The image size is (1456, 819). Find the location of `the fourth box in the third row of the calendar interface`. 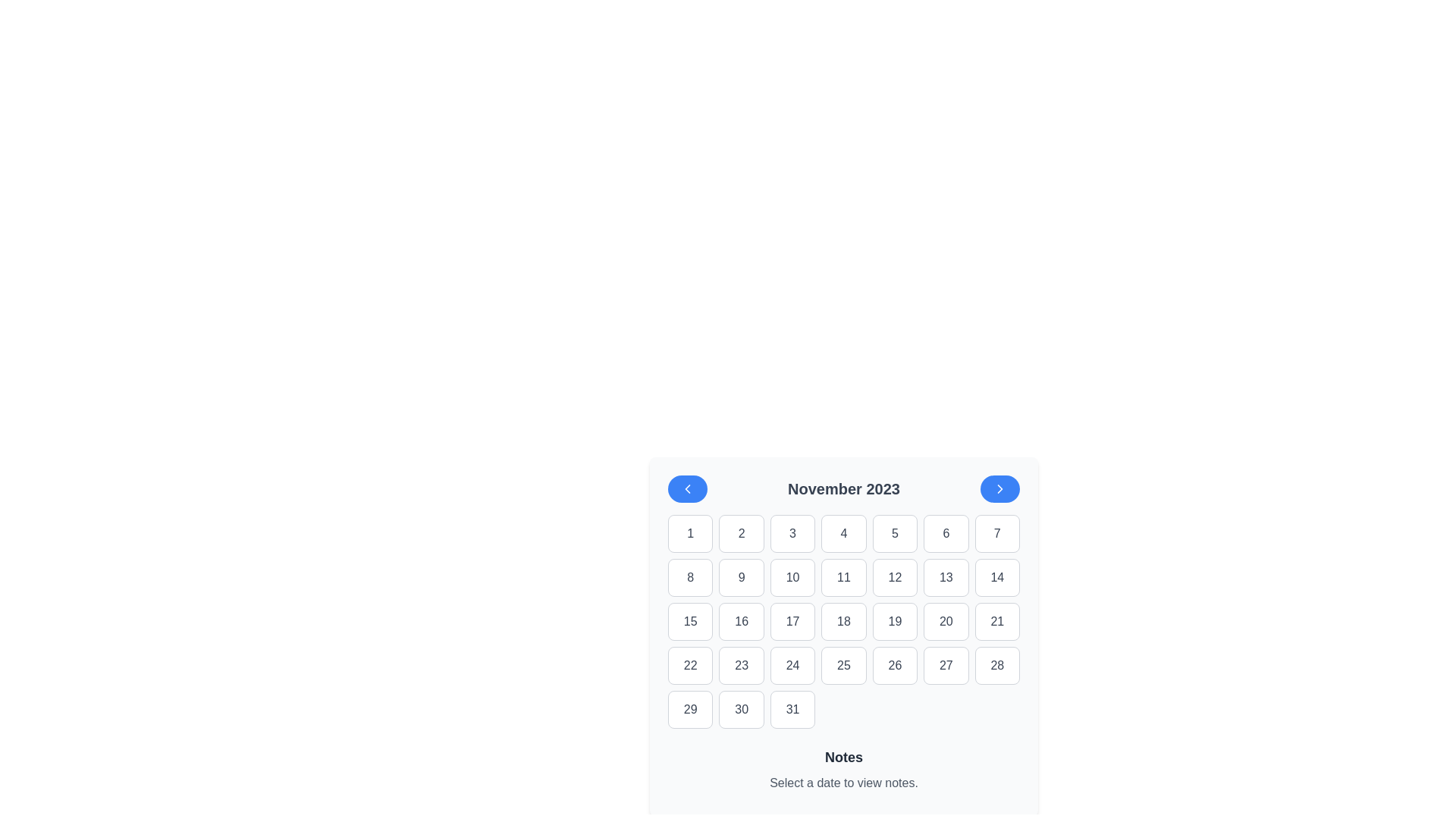

the fourth box in the third row of the calendar interface is located at coordinates (843, 622).